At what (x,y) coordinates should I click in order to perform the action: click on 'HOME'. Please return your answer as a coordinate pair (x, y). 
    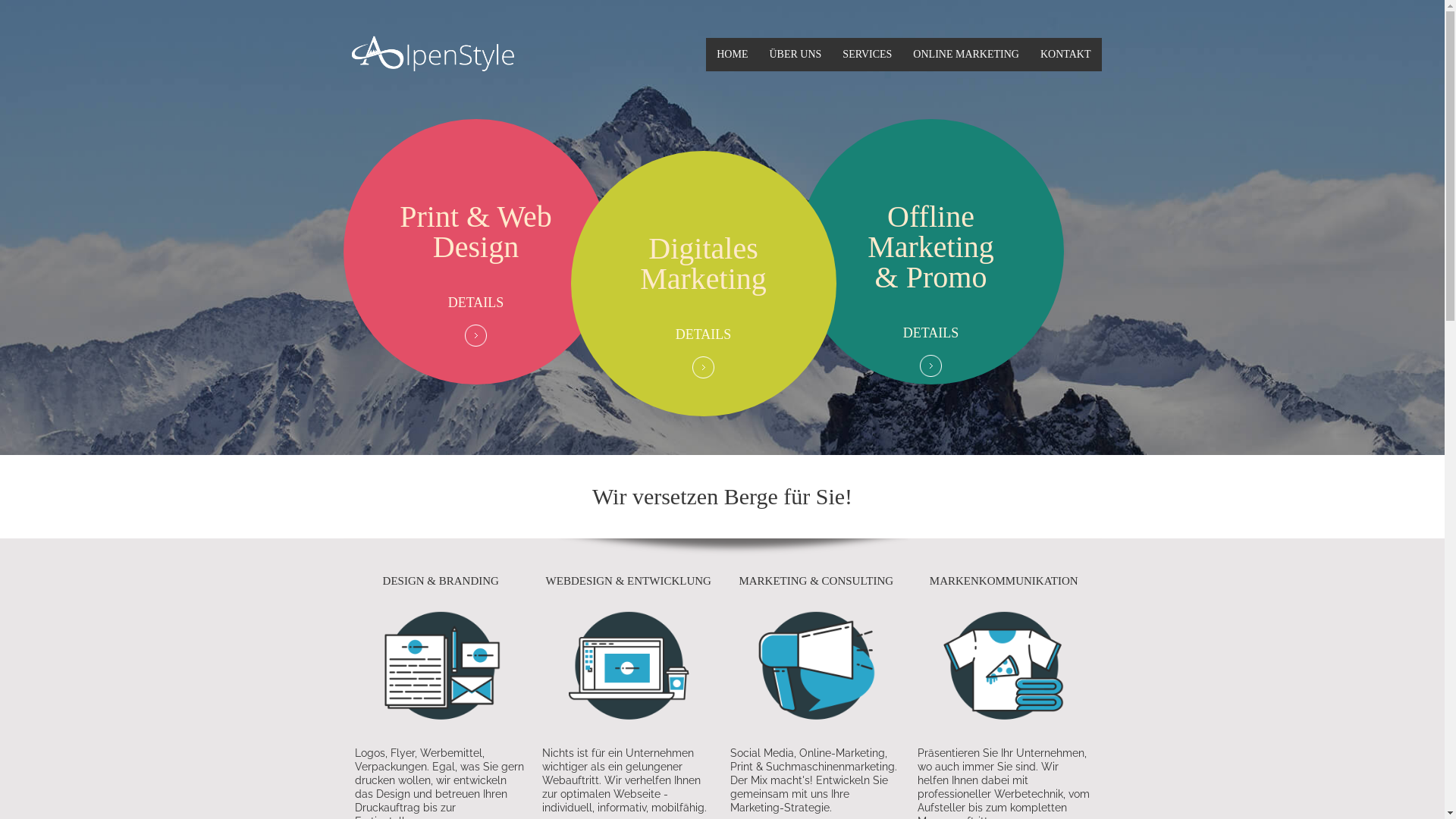
    Looking at the image, I should click on (705, 54).